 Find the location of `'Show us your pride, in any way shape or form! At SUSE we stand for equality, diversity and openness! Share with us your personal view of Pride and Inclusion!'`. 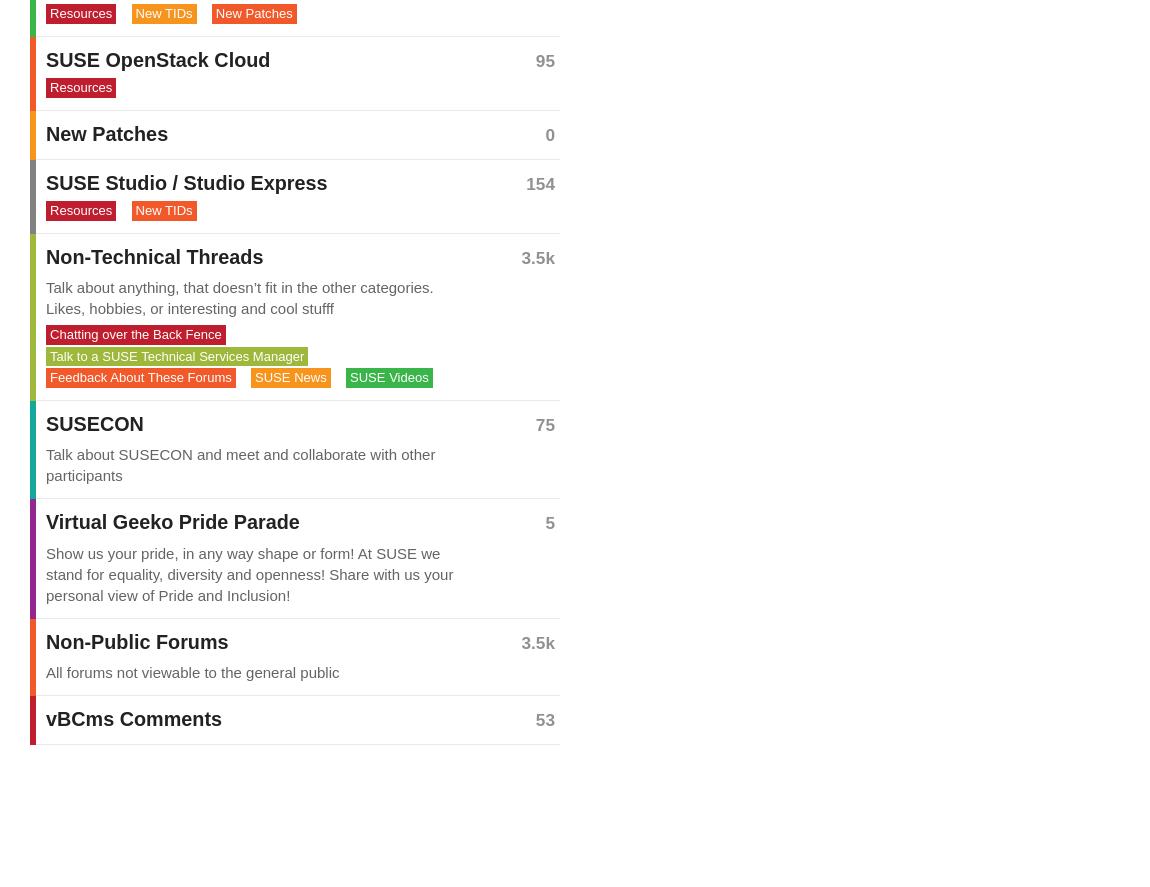

'Show us your pride, in any way shape or form! At SUSE we stand for equality, diversity and openness! Share with us your personal view of Pride and Inclusion!' is located at coordinates (248, 572).